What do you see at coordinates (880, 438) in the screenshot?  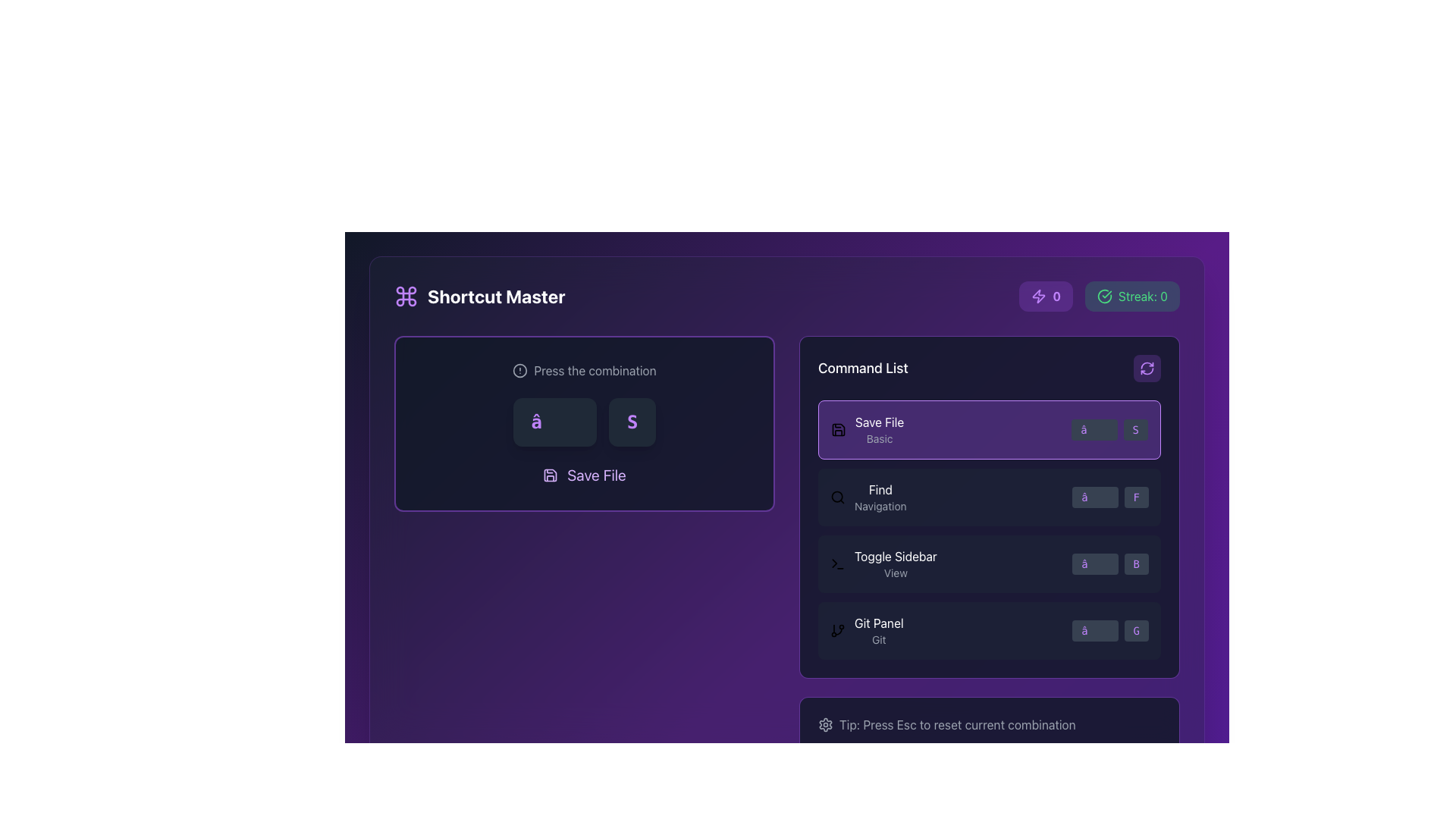 I see `the text label located just below the 'Save File' text in the 'Command List' section of the right panel` at bounding box center [880, 438].